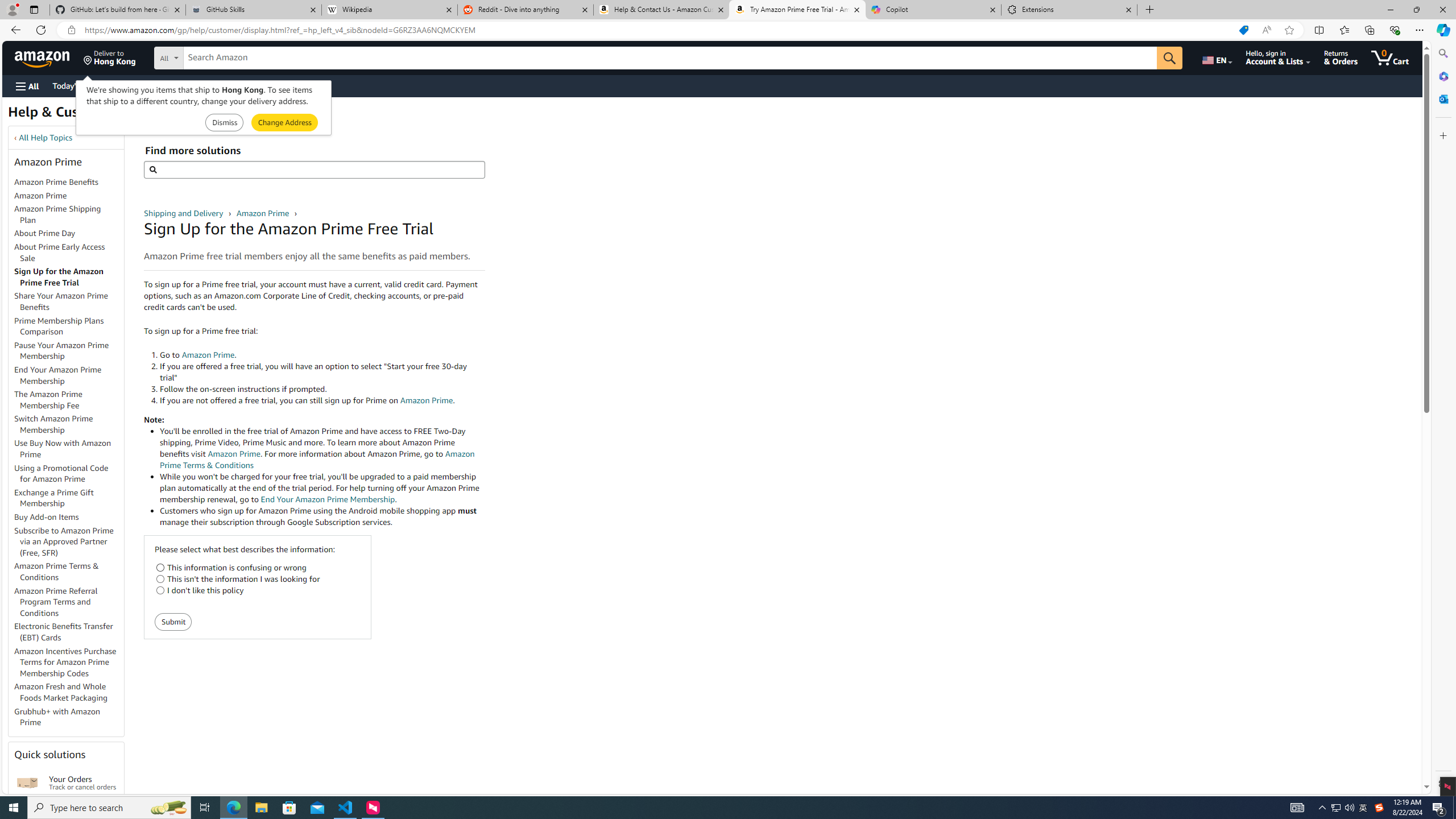 The image size is (1456, 819). I want to click on 'Help & Customer Service', so click(86, 115).